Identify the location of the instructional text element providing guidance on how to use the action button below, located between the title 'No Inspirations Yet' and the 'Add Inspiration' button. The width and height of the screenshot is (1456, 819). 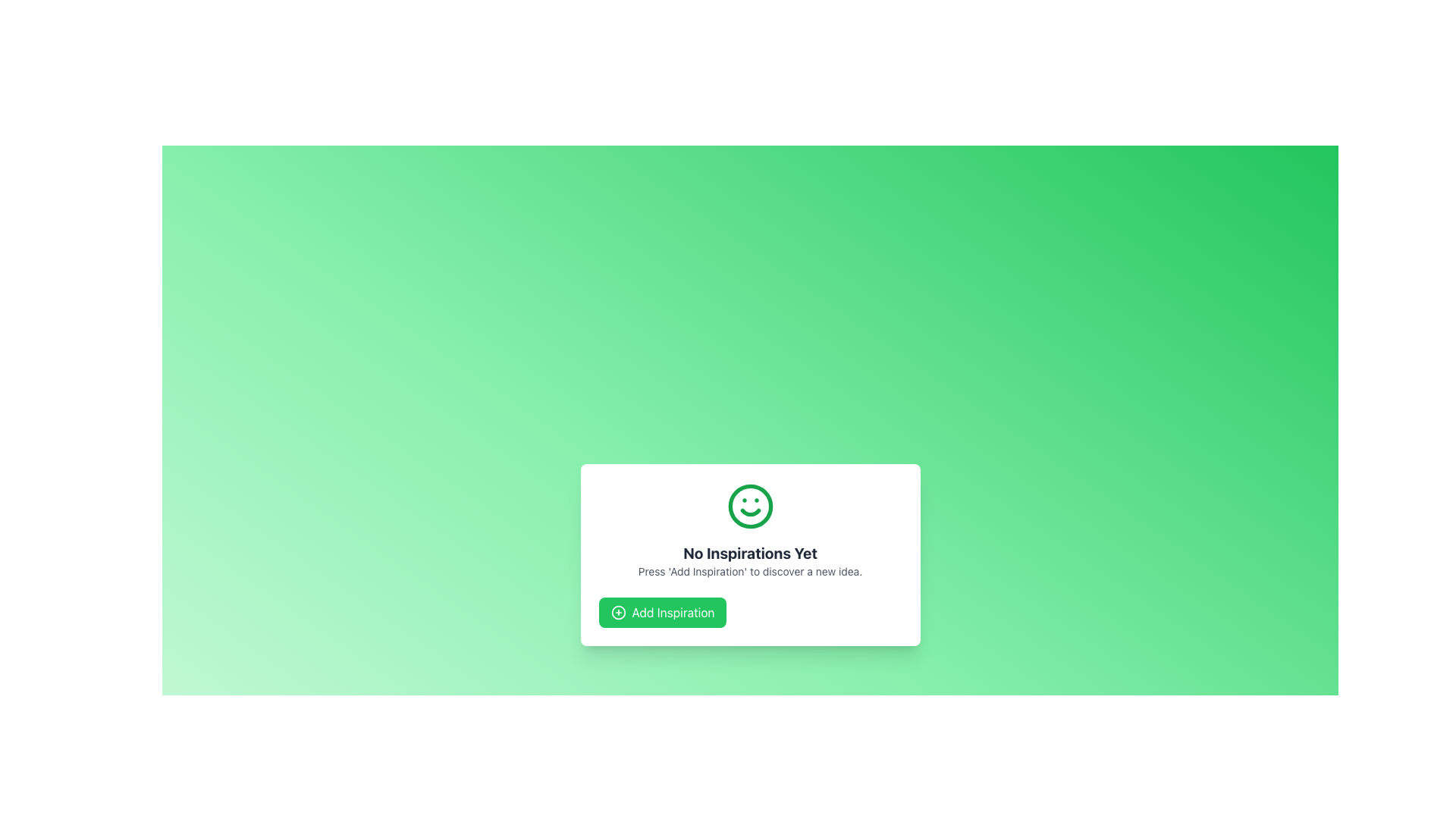
(750, 571).